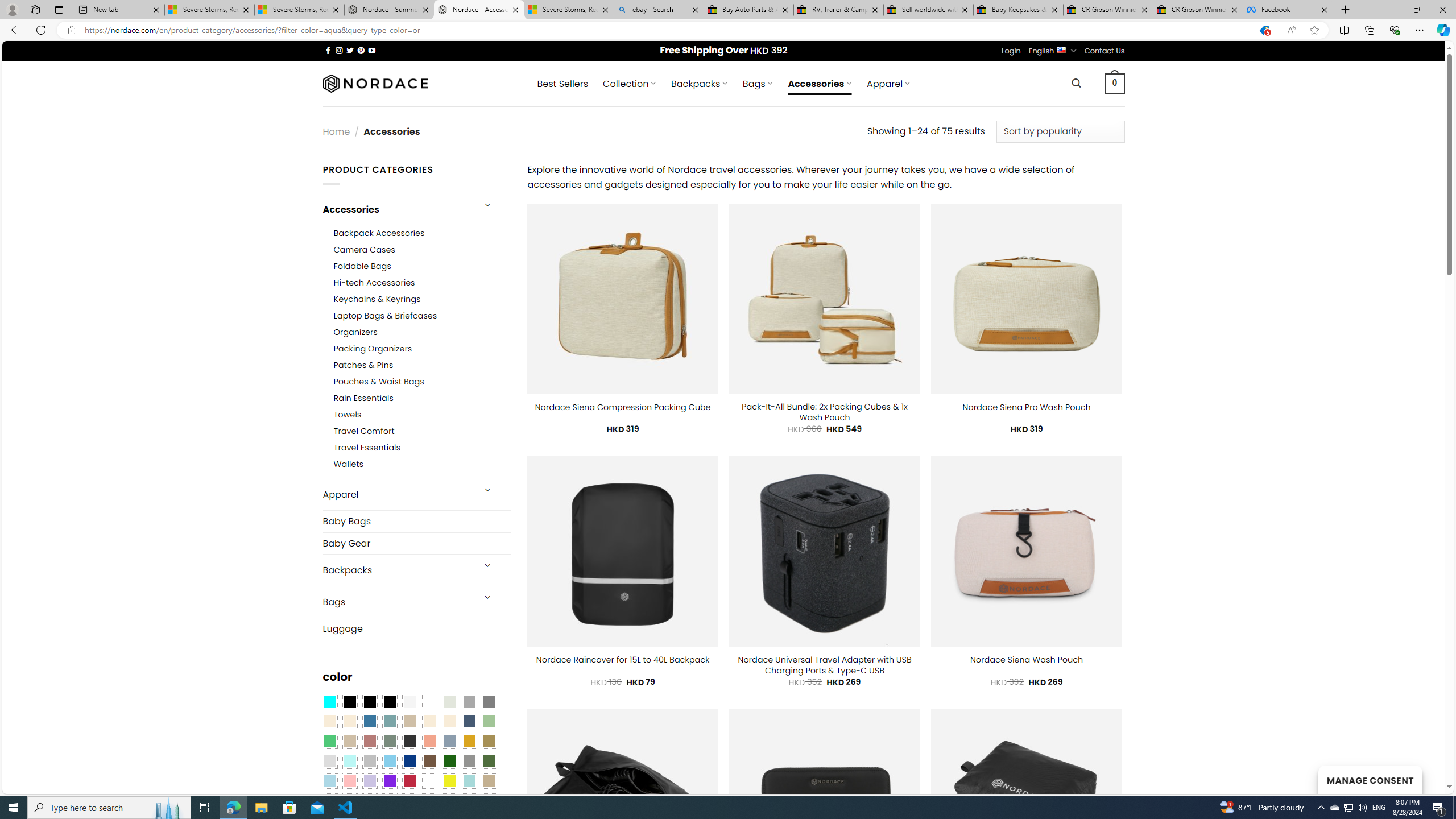 This screenshot has height=819, width=1456. Describe the element at coordinates (396, 570) in the screenshot. I see `'Backpacks'` at that location.